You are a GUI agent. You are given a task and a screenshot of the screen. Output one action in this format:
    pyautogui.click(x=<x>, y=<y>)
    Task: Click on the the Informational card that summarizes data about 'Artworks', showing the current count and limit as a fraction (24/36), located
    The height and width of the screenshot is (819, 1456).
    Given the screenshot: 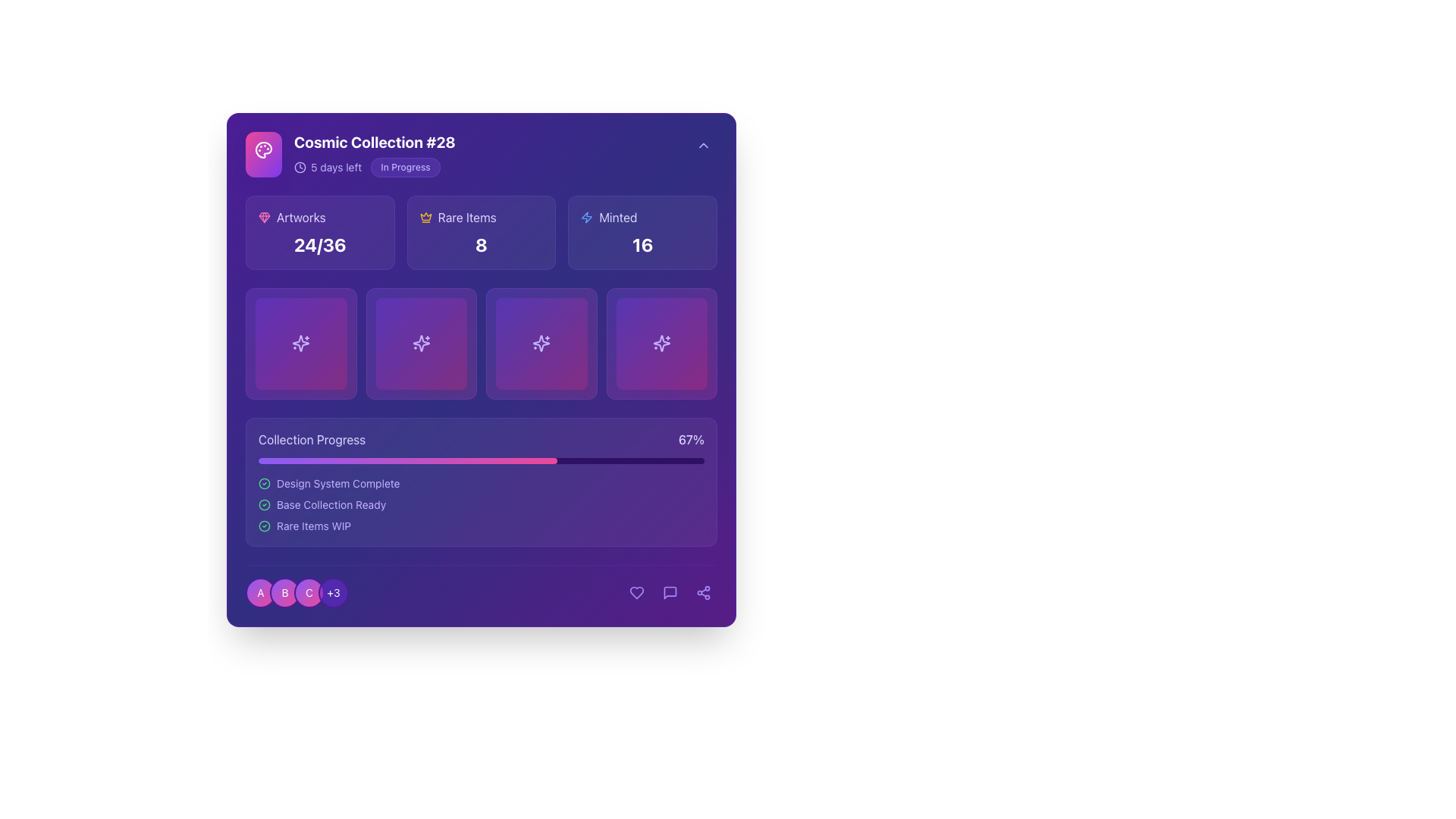 What is the action you would take?
    pyautogui.click(x=319, y=233)
    